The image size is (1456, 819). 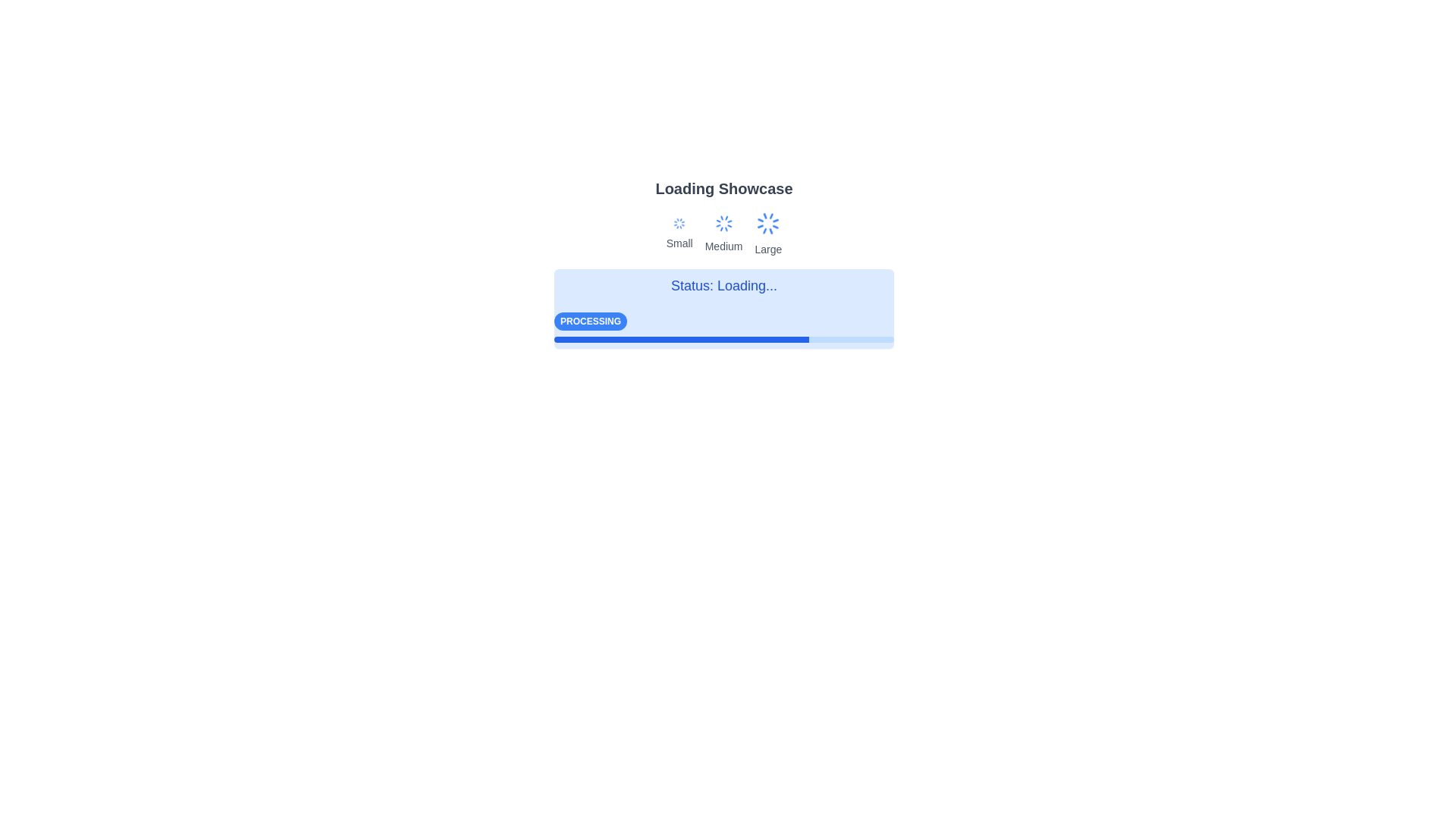 I want to click on the blue circular loading spinner icon positioned above the 'Small' text, which is the leftmost among three loader icons labeled Small, Medium, and Large, so click(x=679, y=223).